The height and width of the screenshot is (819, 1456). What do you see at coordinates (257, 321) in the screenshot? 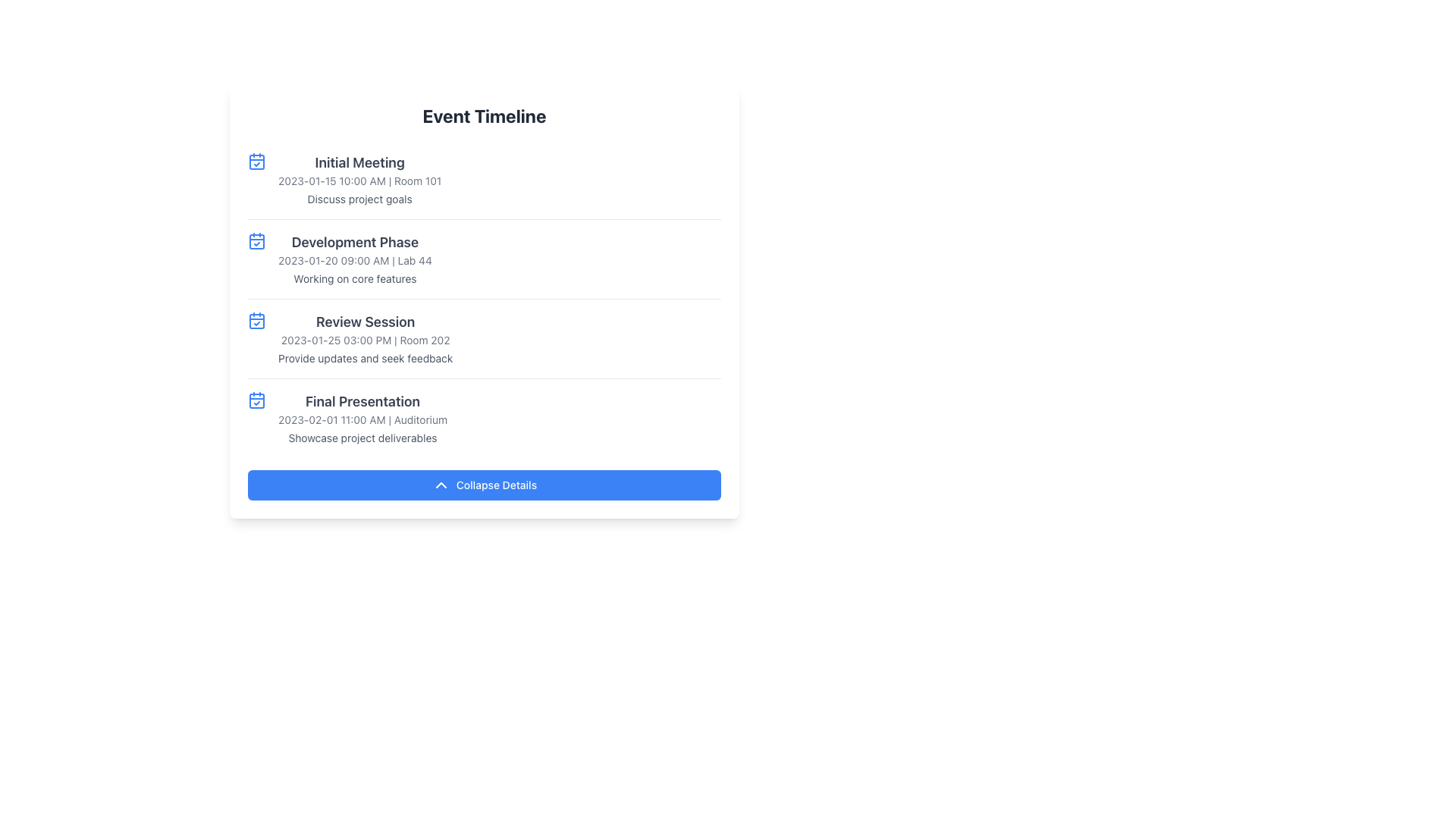
I see `internal rectangular part of the calendar icon located to the left of the 'Review Session' event entry in the timeline` at bounding box center [257, 321].